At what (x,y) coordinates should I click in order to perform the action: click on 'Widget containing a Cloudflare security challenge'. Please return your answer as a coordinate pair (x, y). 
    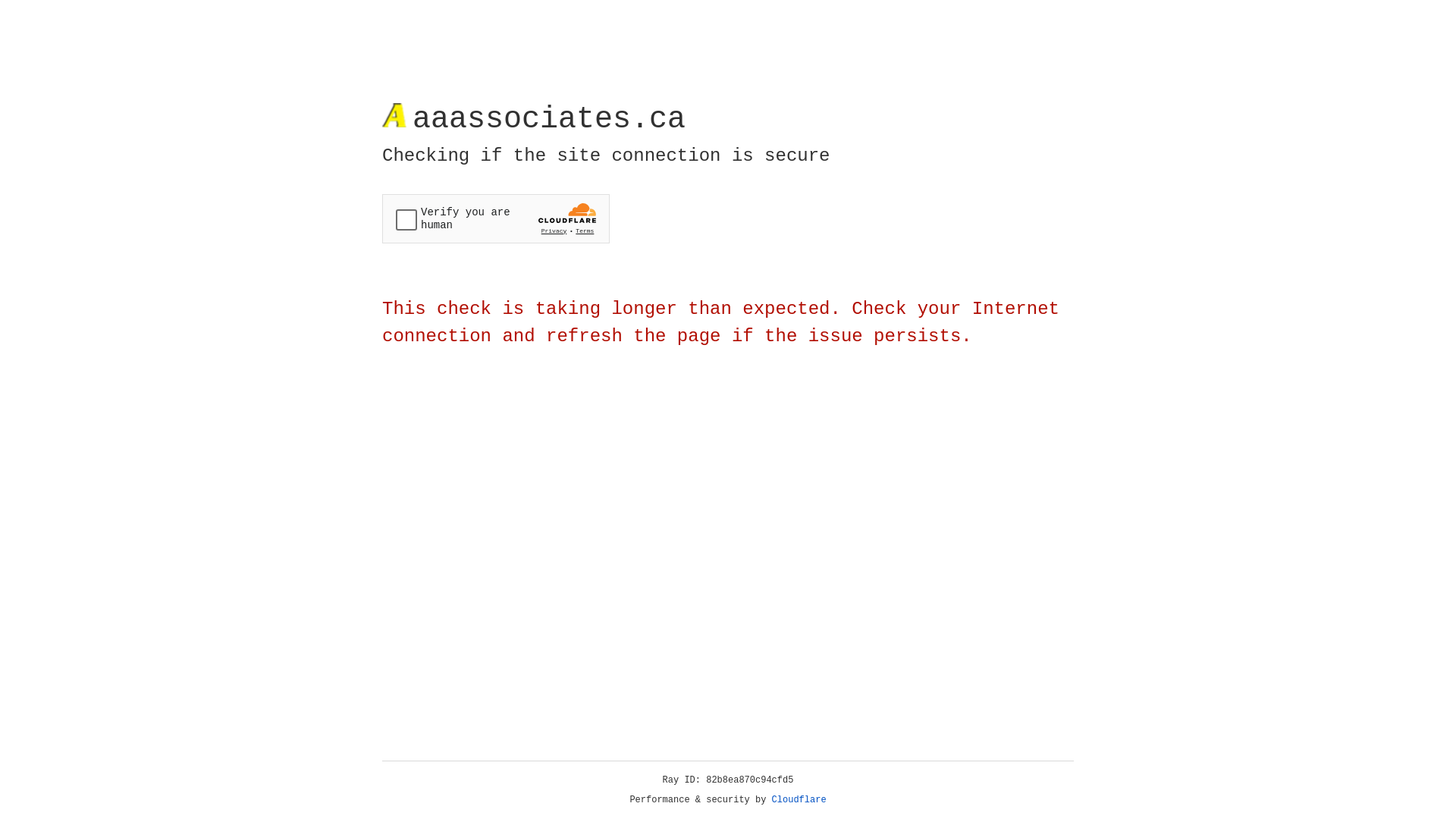
    Looking at the image, I should click on (495, 218).